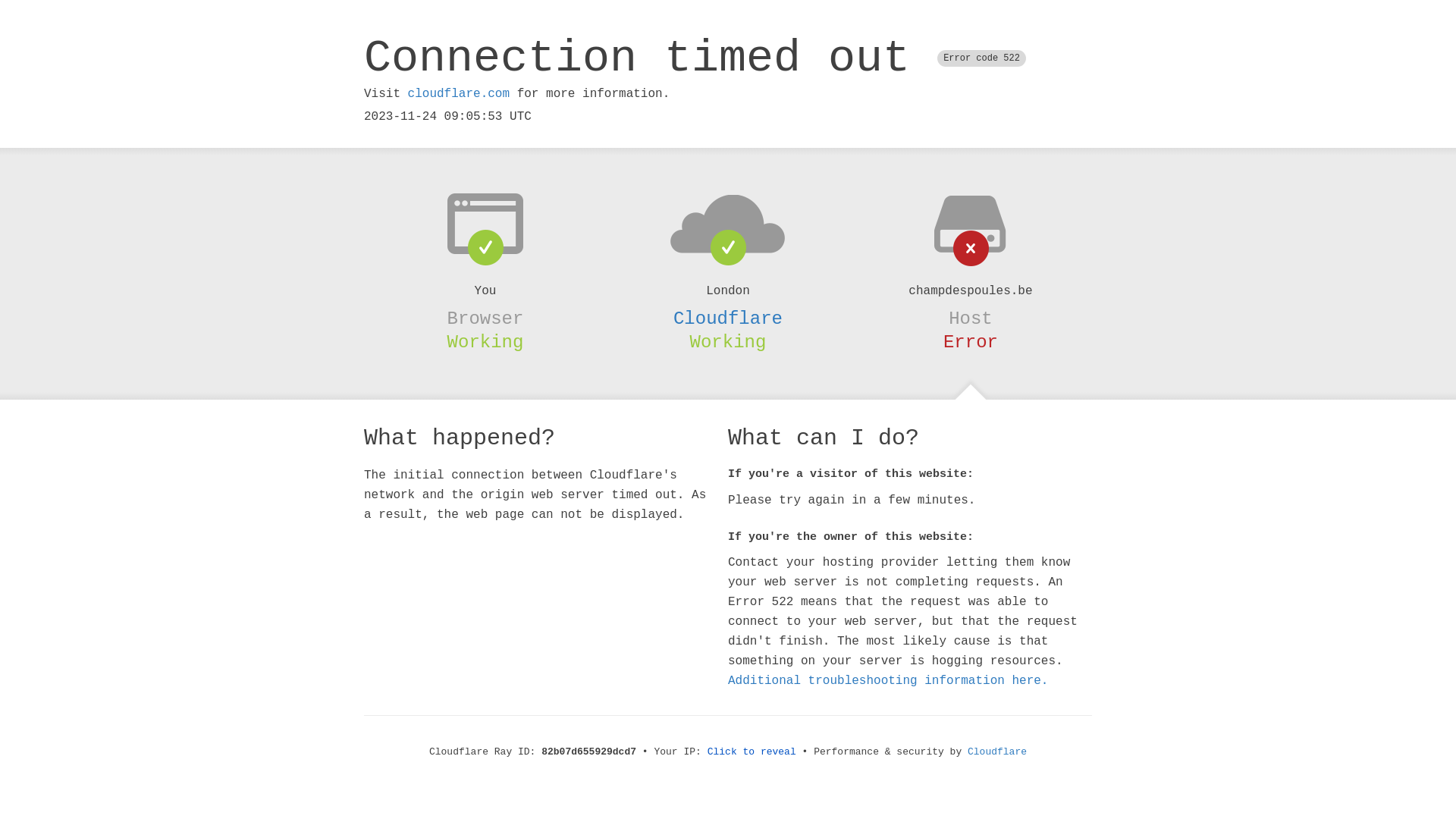 The height and width of the screenshot is (819, 1456). What do you see at coordinates (888, 680) in the screenshot?
I see `'Additional troubleshooting information here.'` at bounding box center [888, 680].